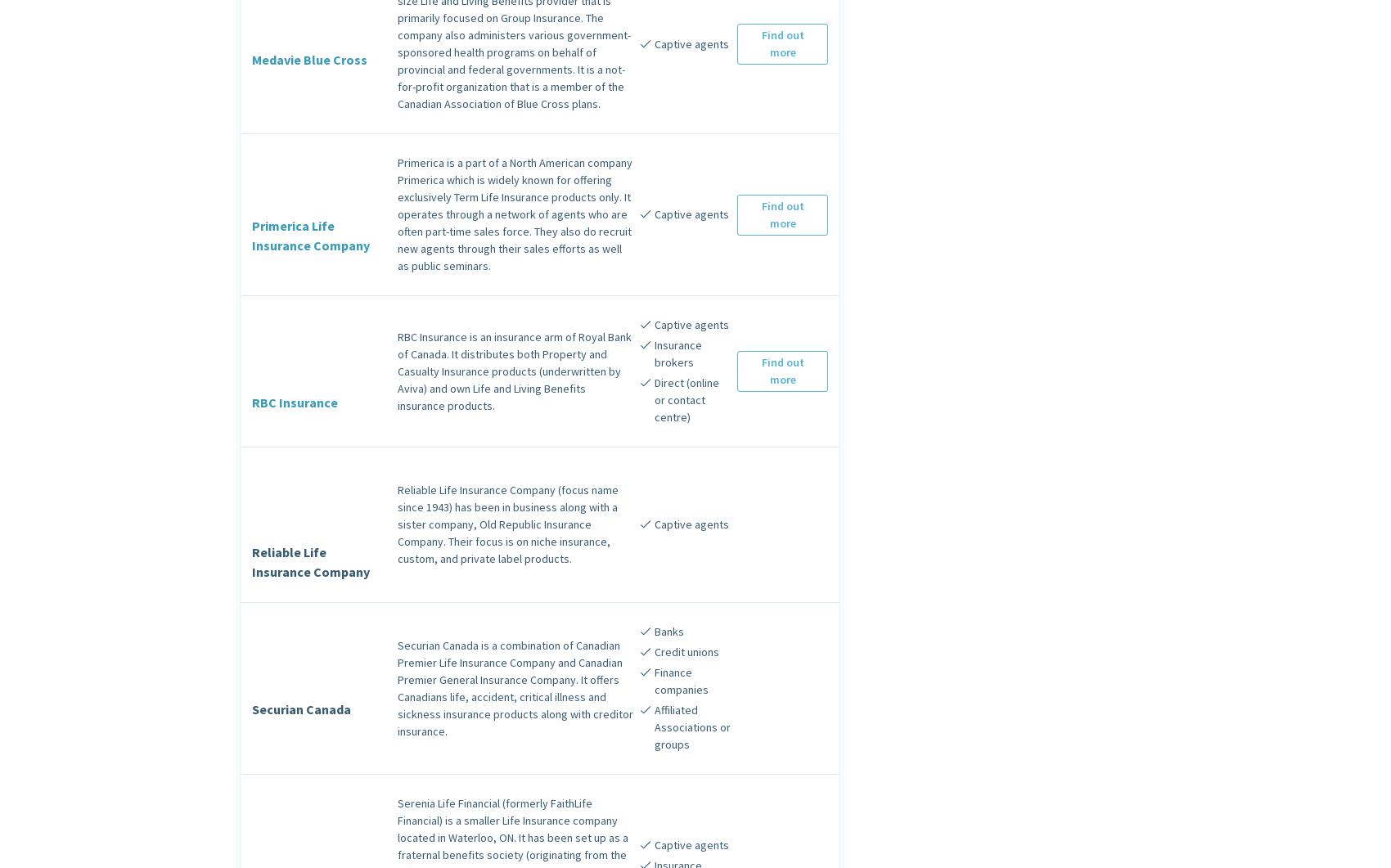 The image size is (1391, 868). I want to click on 'Finance companies', so click(653, 681).